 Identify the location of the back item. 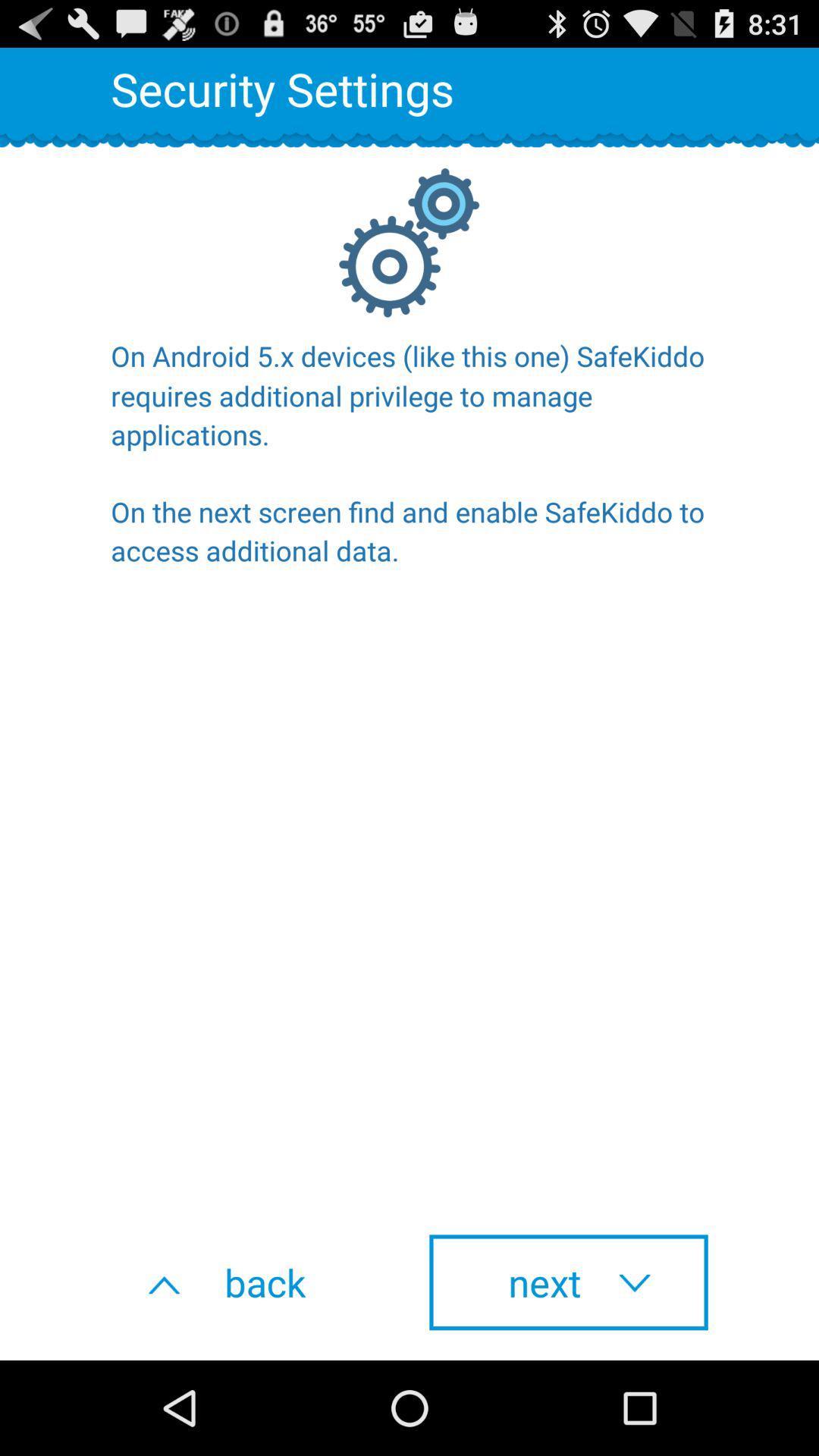
(249, 1282).